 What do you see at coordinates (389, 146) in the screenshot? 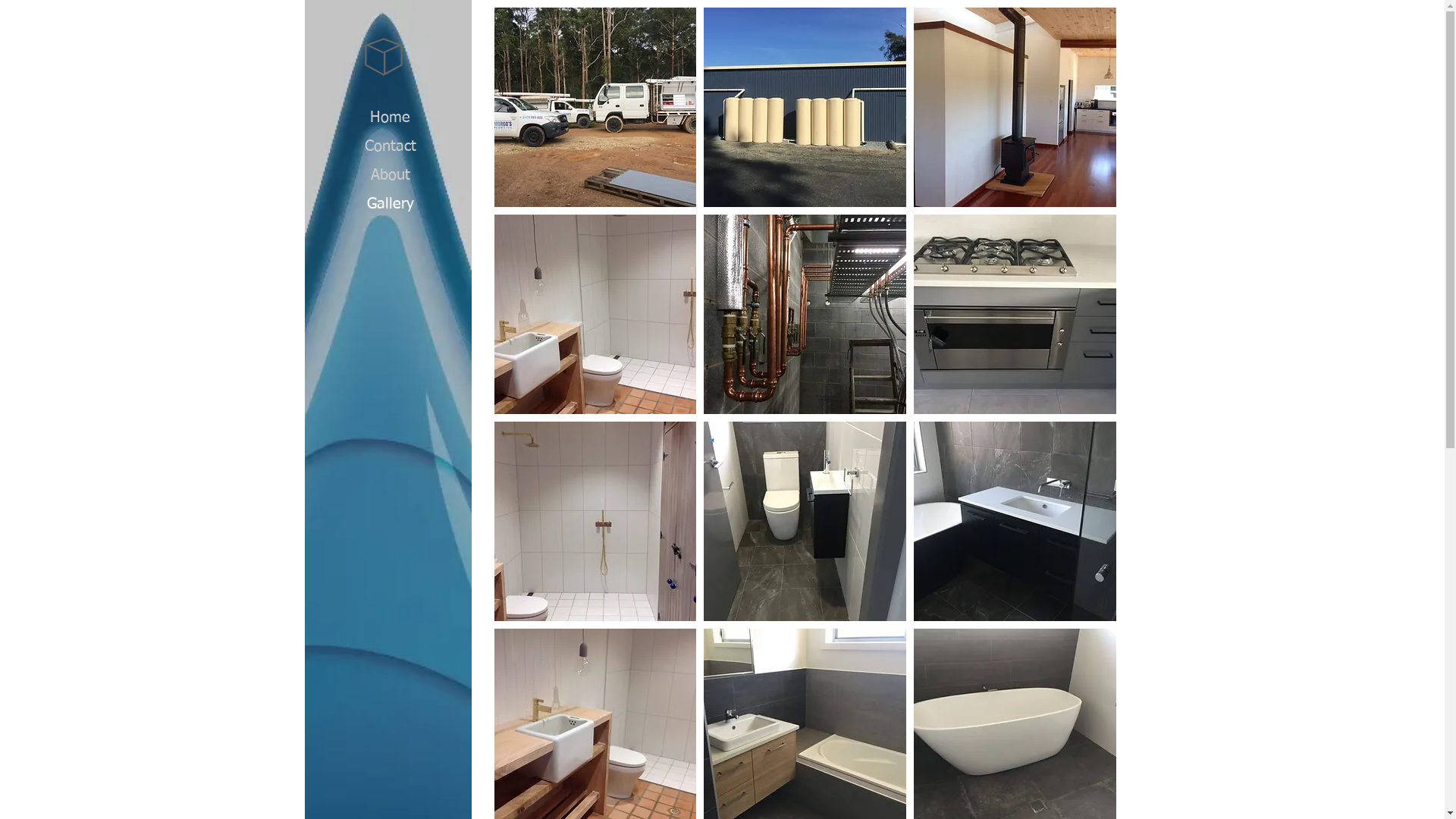
I see `'Contact'` at bounding box center [389, 146].